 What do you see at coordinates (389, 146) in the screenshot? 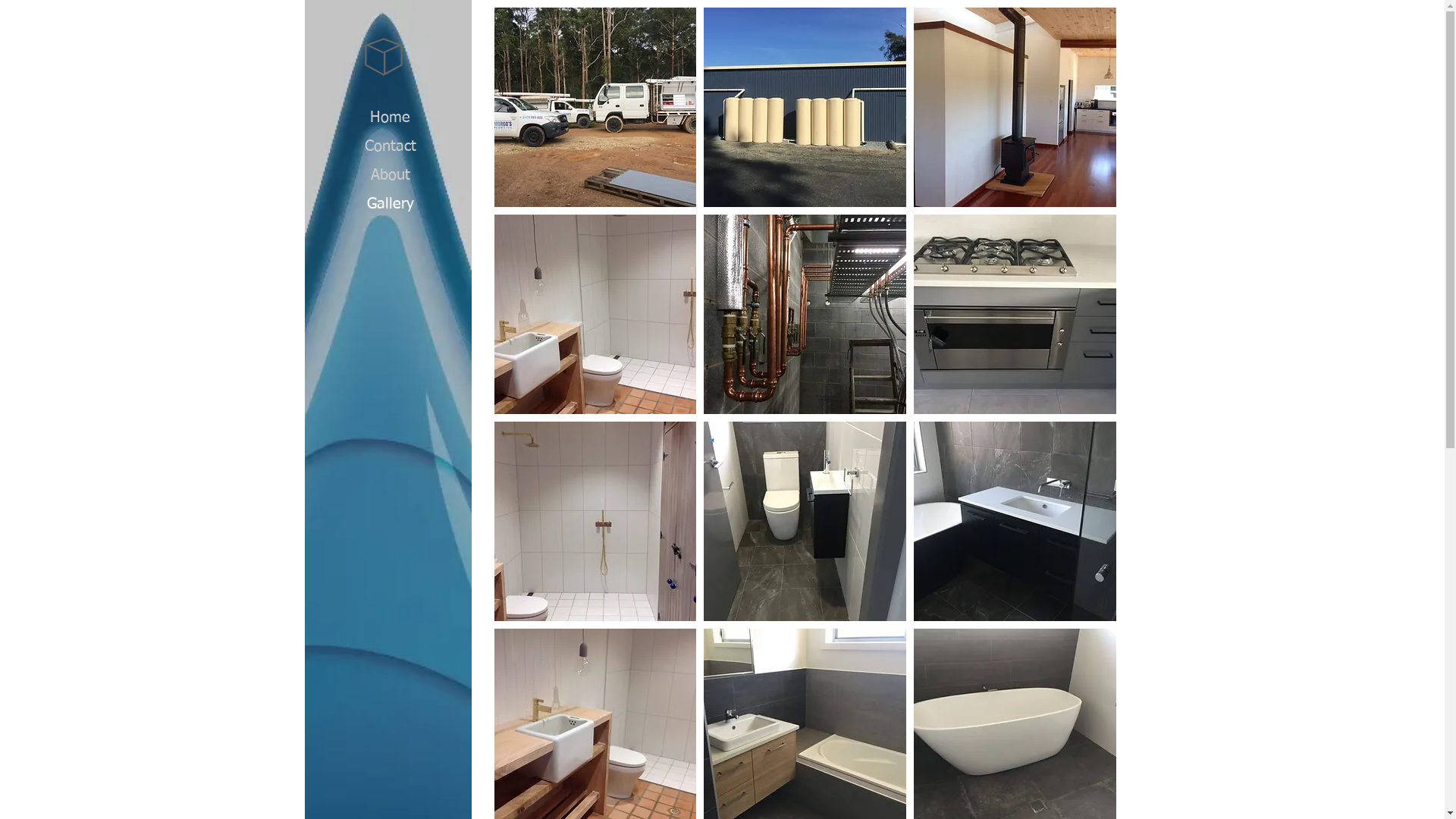
I see `'Contact'` at bounding box center [389, 146].